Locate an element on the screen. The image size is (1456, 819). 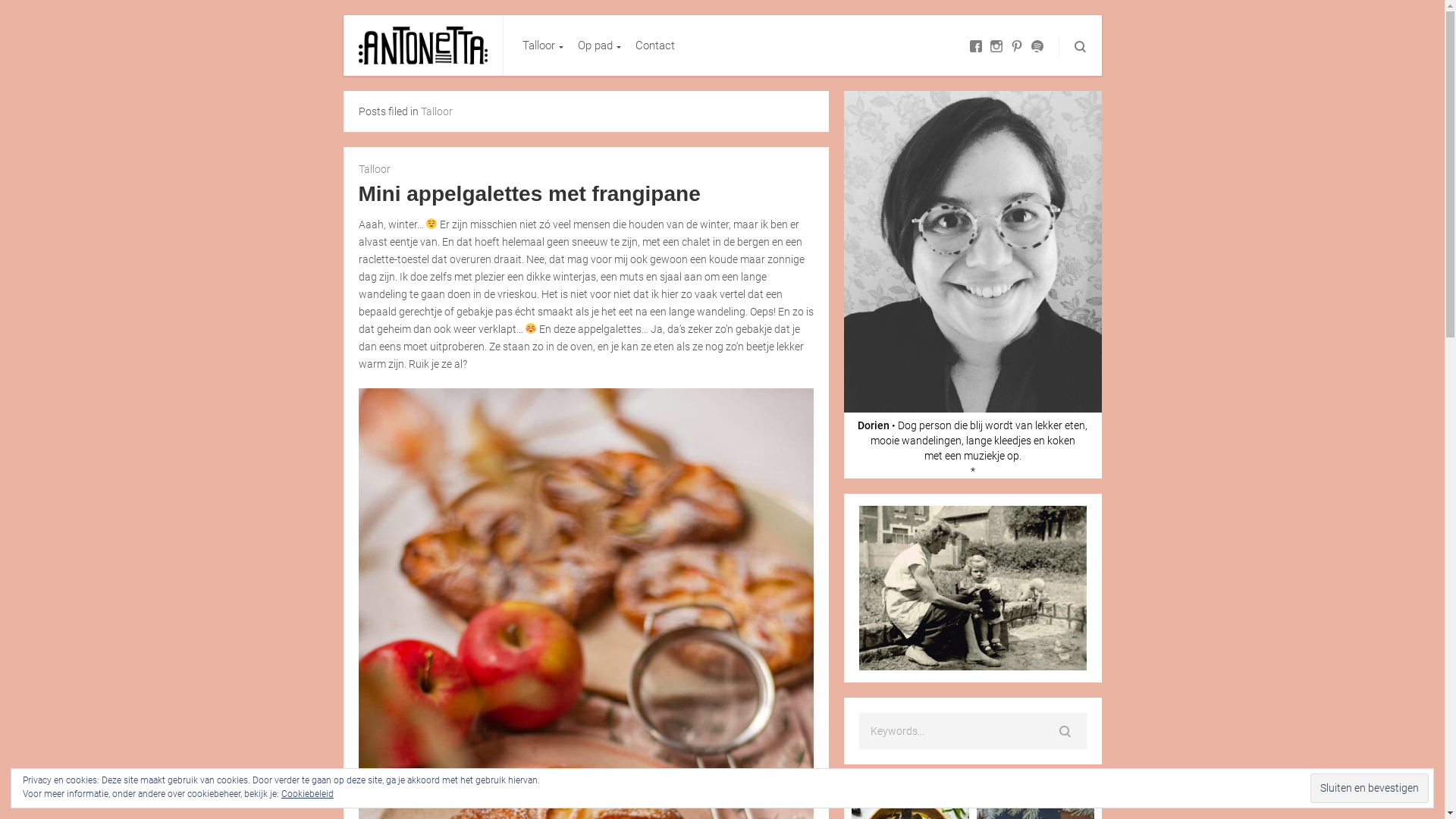
'Op pad' is located at coordinates (596, 45).